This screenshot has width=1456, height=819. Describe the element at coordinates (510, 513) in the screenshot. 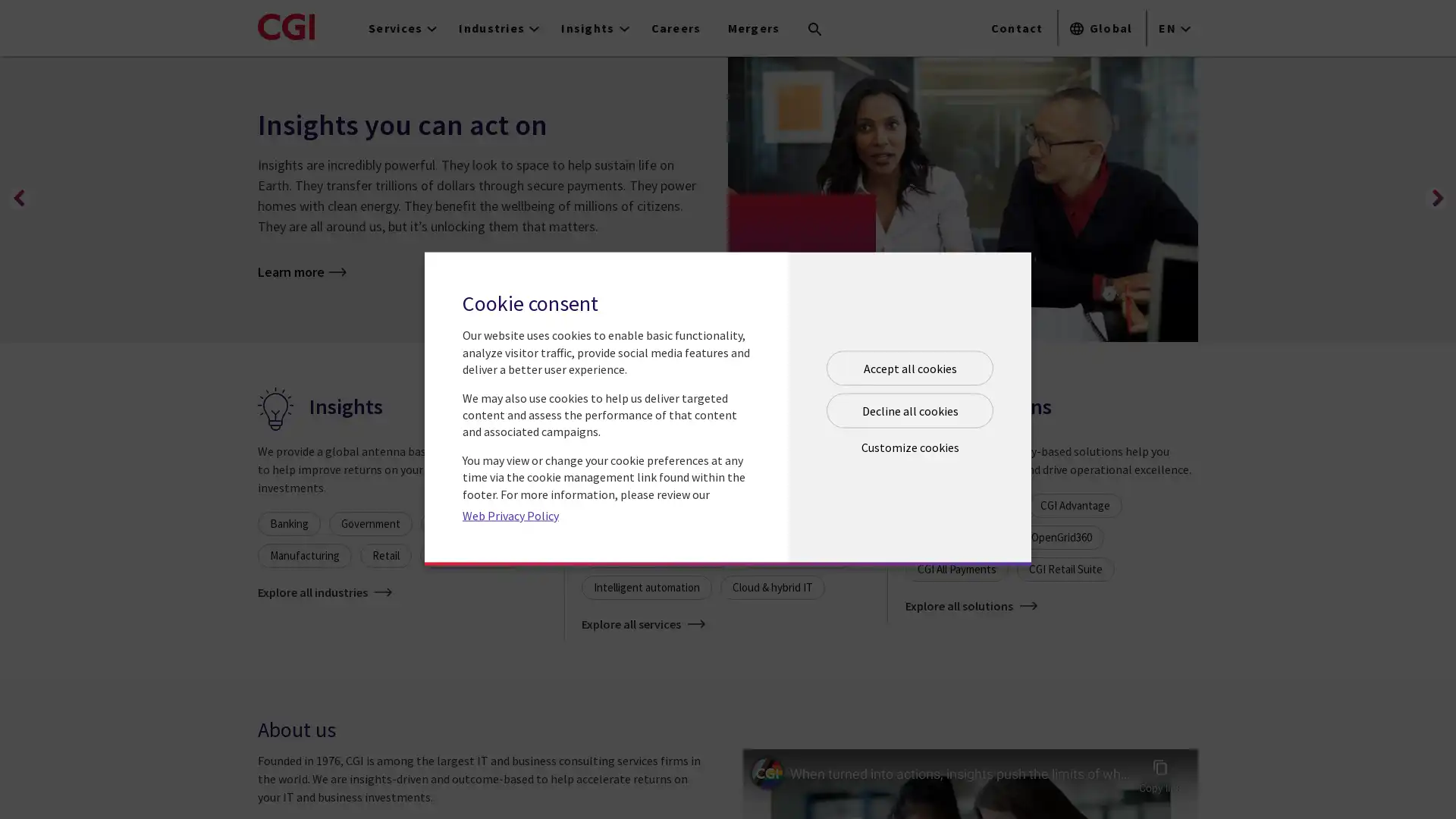

I see `Web Privacy Policy` at that location.